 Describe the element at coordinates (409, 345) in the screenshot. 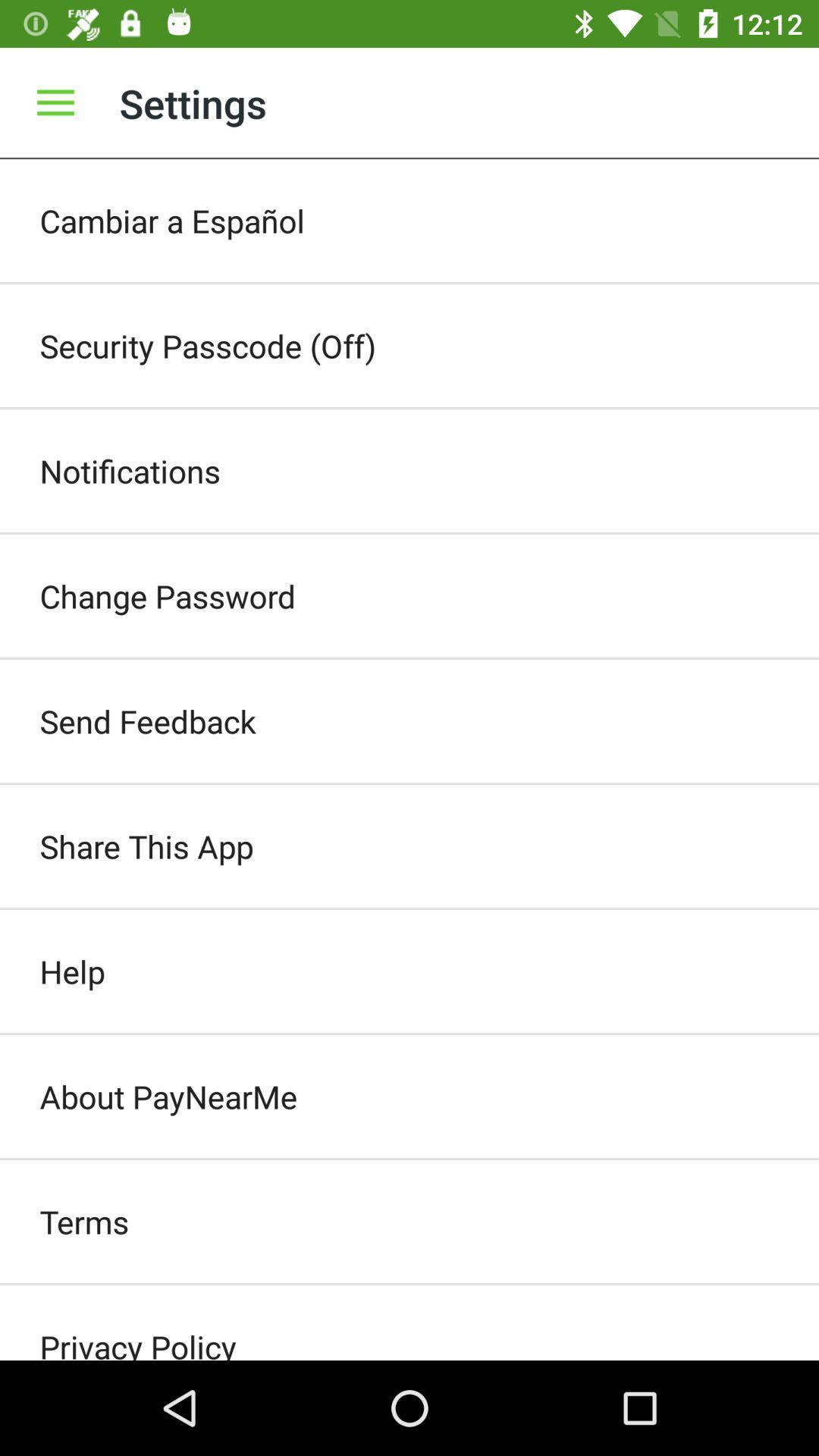

I see `security passcode (off) icon` at that location.